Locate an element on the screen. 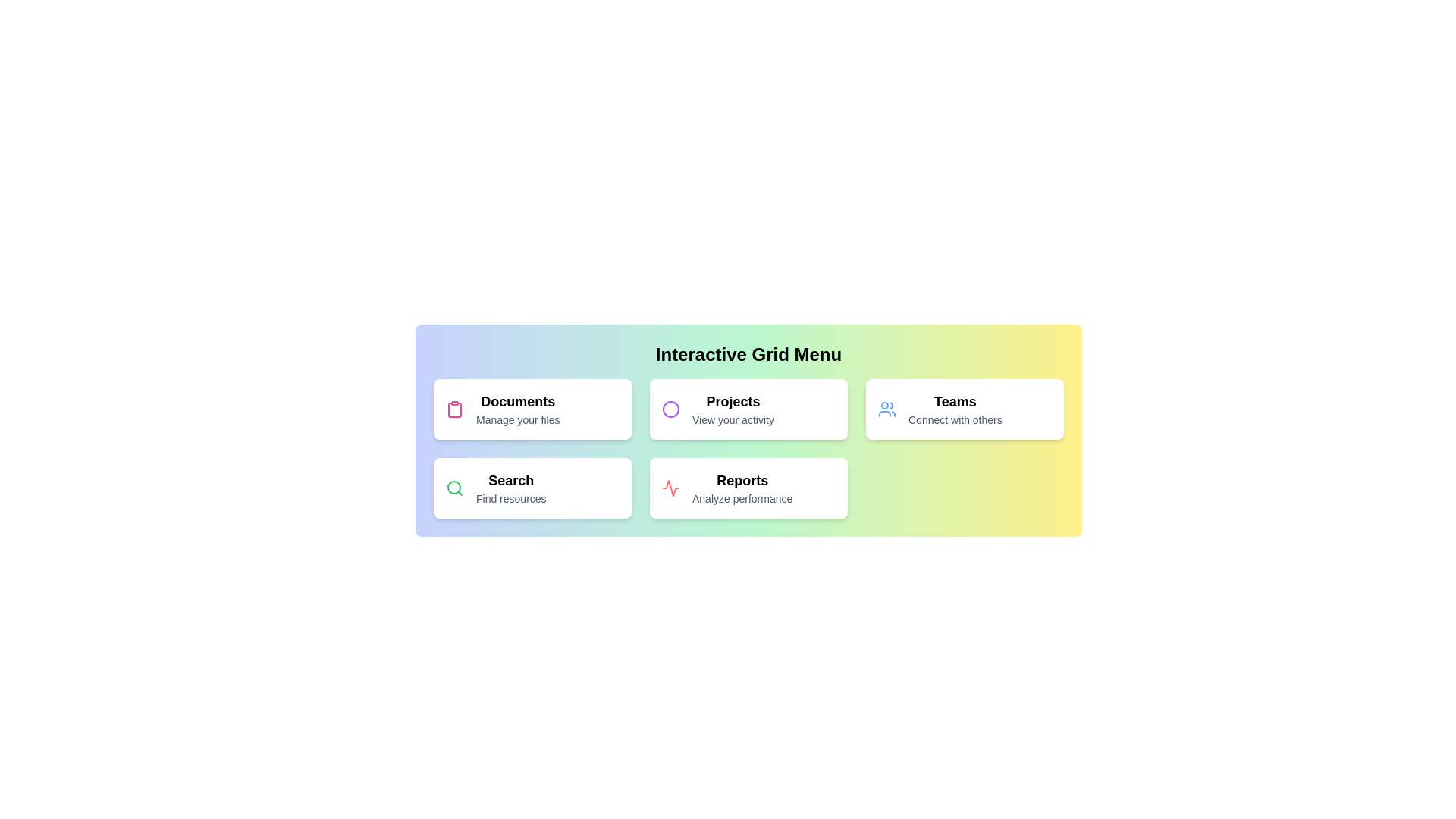  the icon associated with Teams to inspect it is located at coordinates (887, 409).